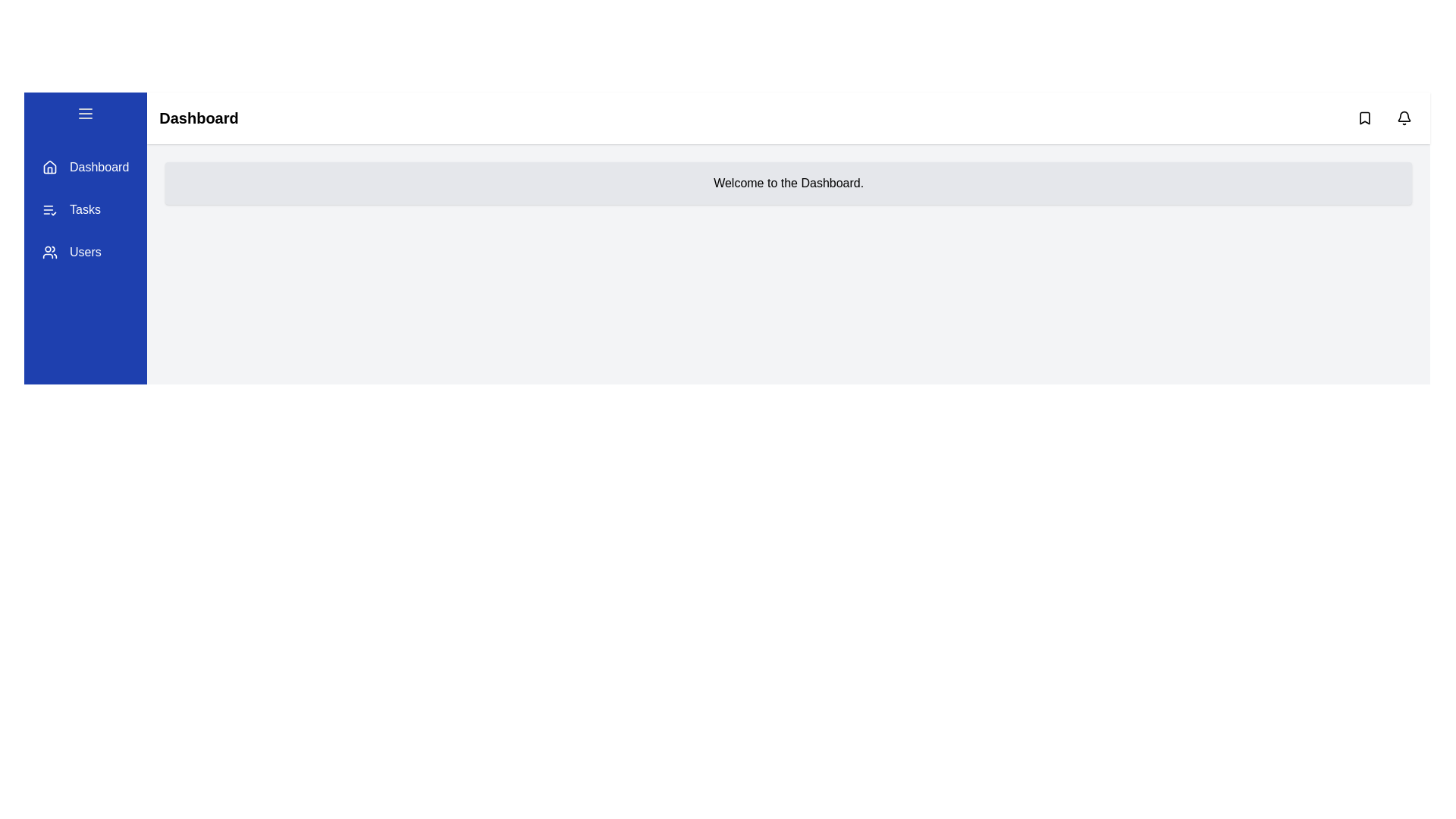  What do you see at coordinates (84, 251) in the screenshot?
I see `the 'Users' navigation link located within the sidebar menu, positioned third from the top, below 'Dashboard' and 'Tasks'` at bounding box center [84, 251].